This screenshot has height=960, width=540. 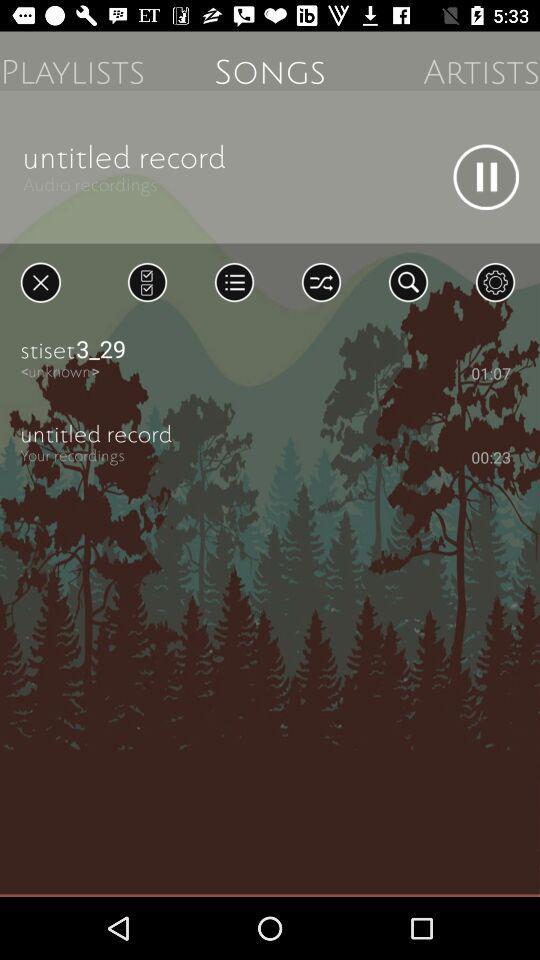 What do you see at coordinates (407, 281) in the screenshot?
I see `search button` at bounding box center [407, 281].